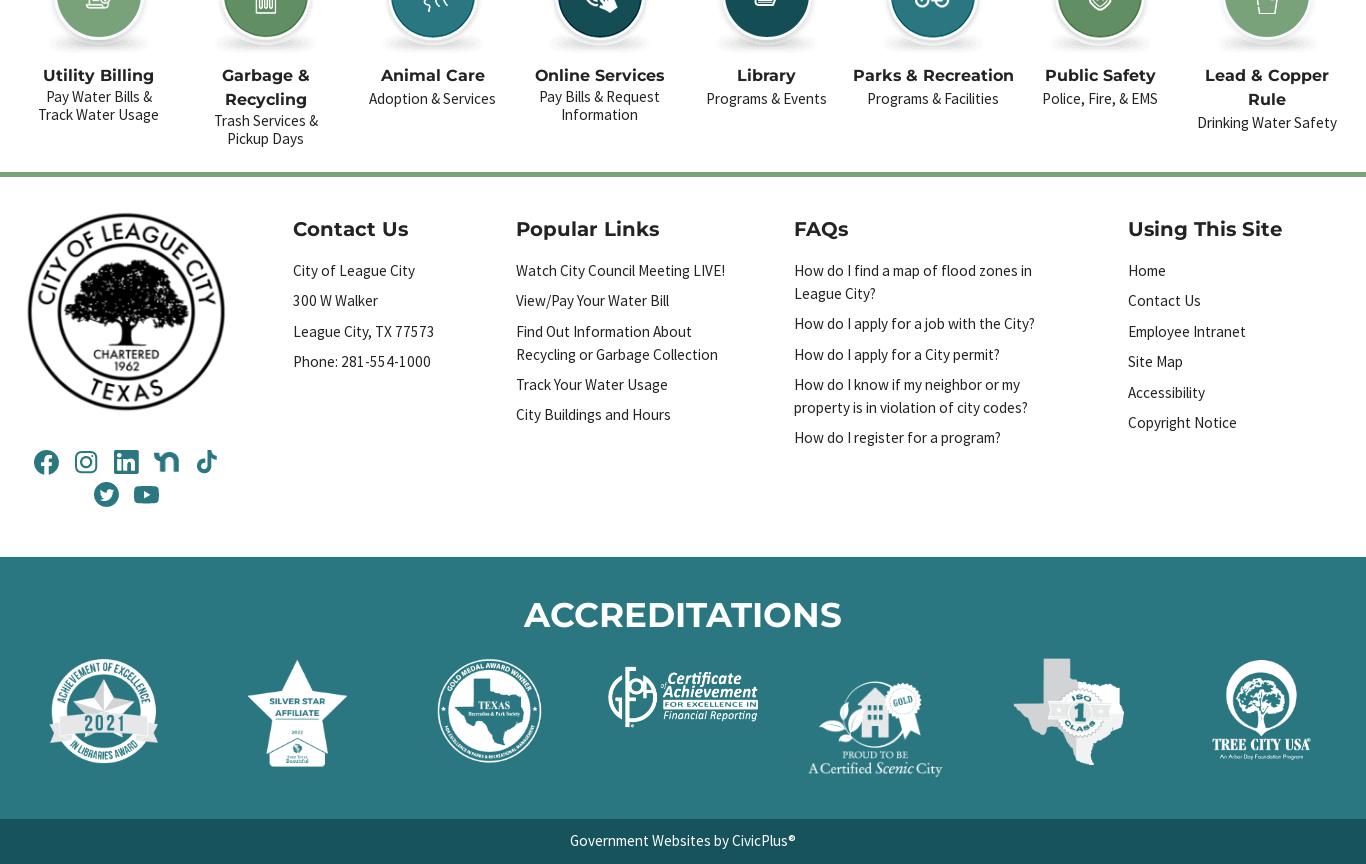 This screenshot has width=1366, height=864. I want to click on 'Phone:', so click(317, 360).